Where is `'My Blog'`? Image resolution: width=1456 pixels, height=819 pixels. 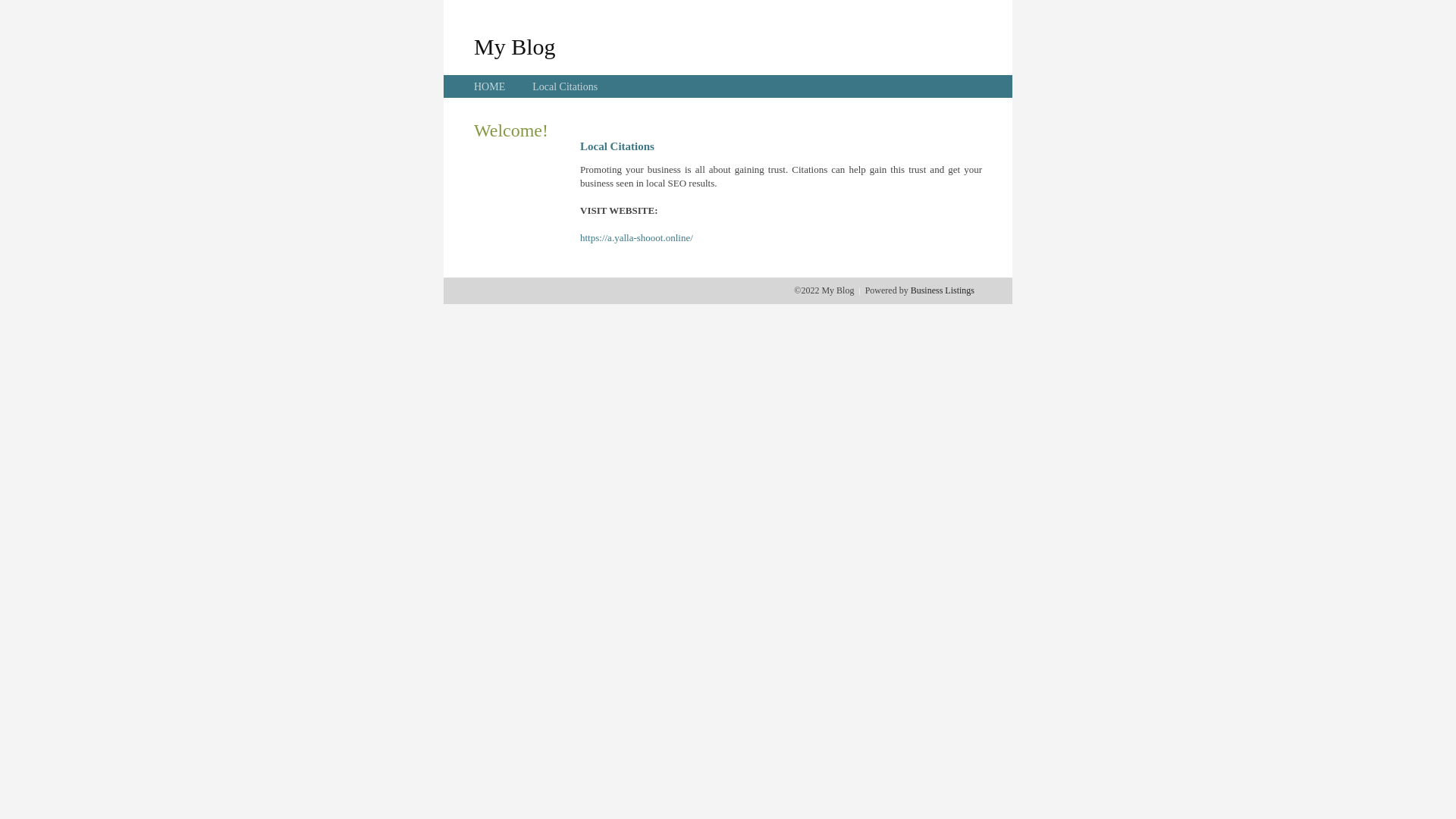
'My Blog' is located at coordinates (472, 45).